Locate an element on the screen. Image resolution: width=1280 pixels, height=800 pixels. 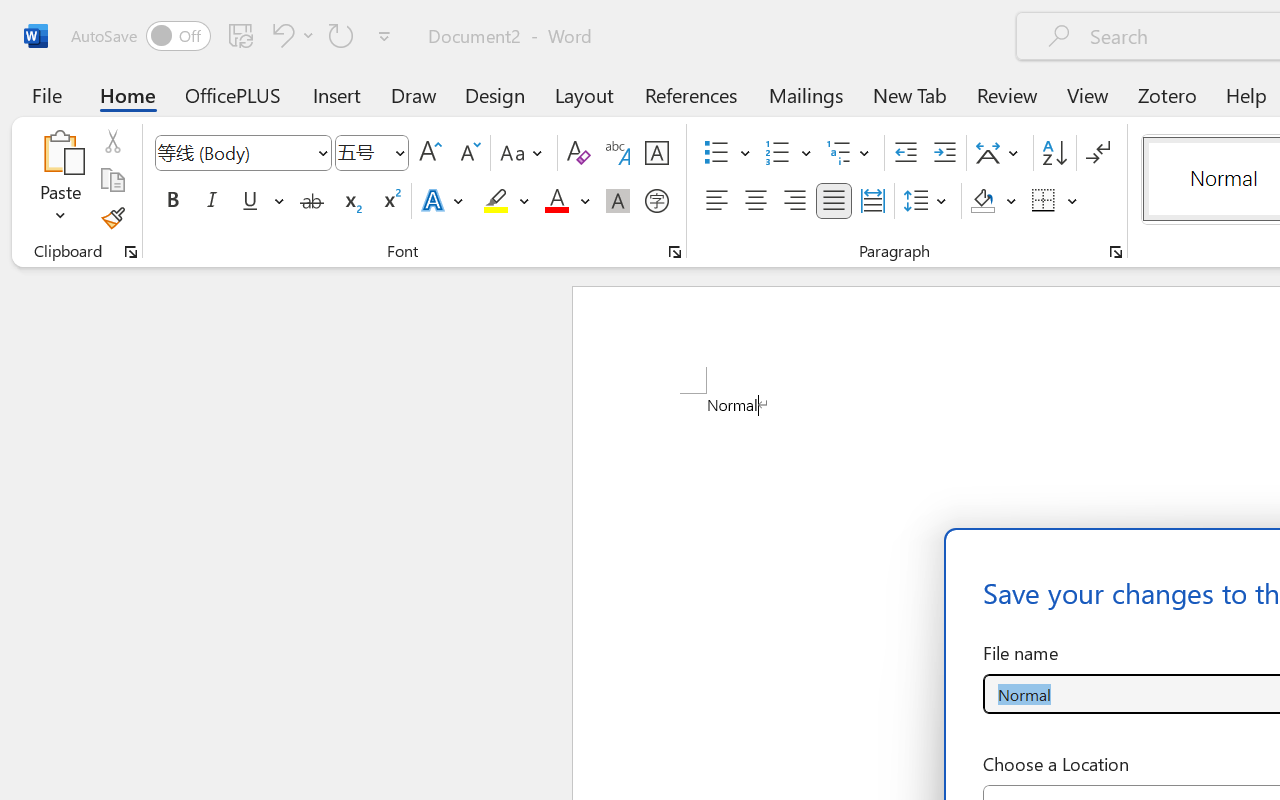
'Decrease Indent' is located at coordinates (905, 153).